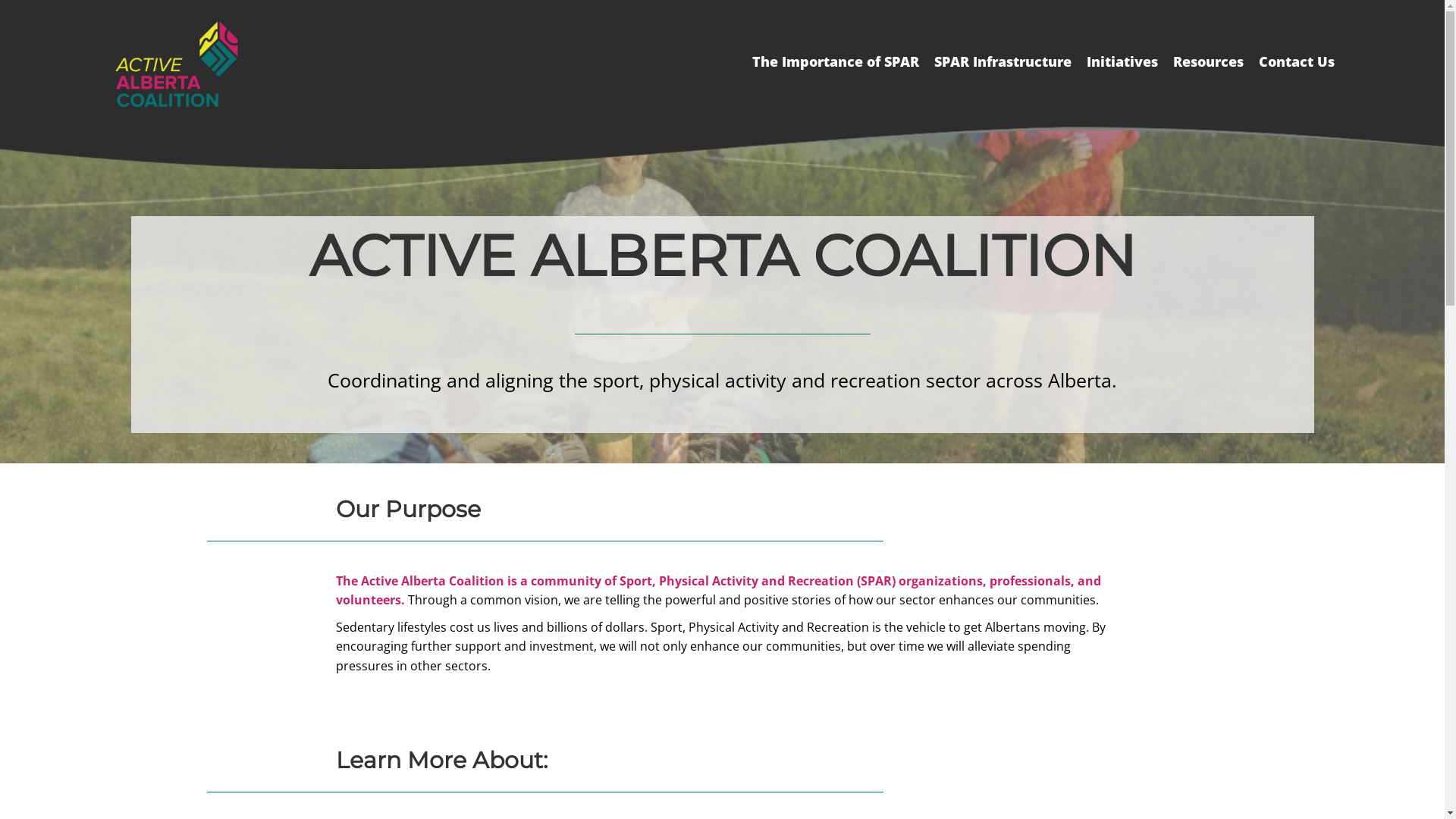  What do you see at coordinates (1207, 61) in the screenshot?
I see `'Resources'` at bounding box center [1207, 61].